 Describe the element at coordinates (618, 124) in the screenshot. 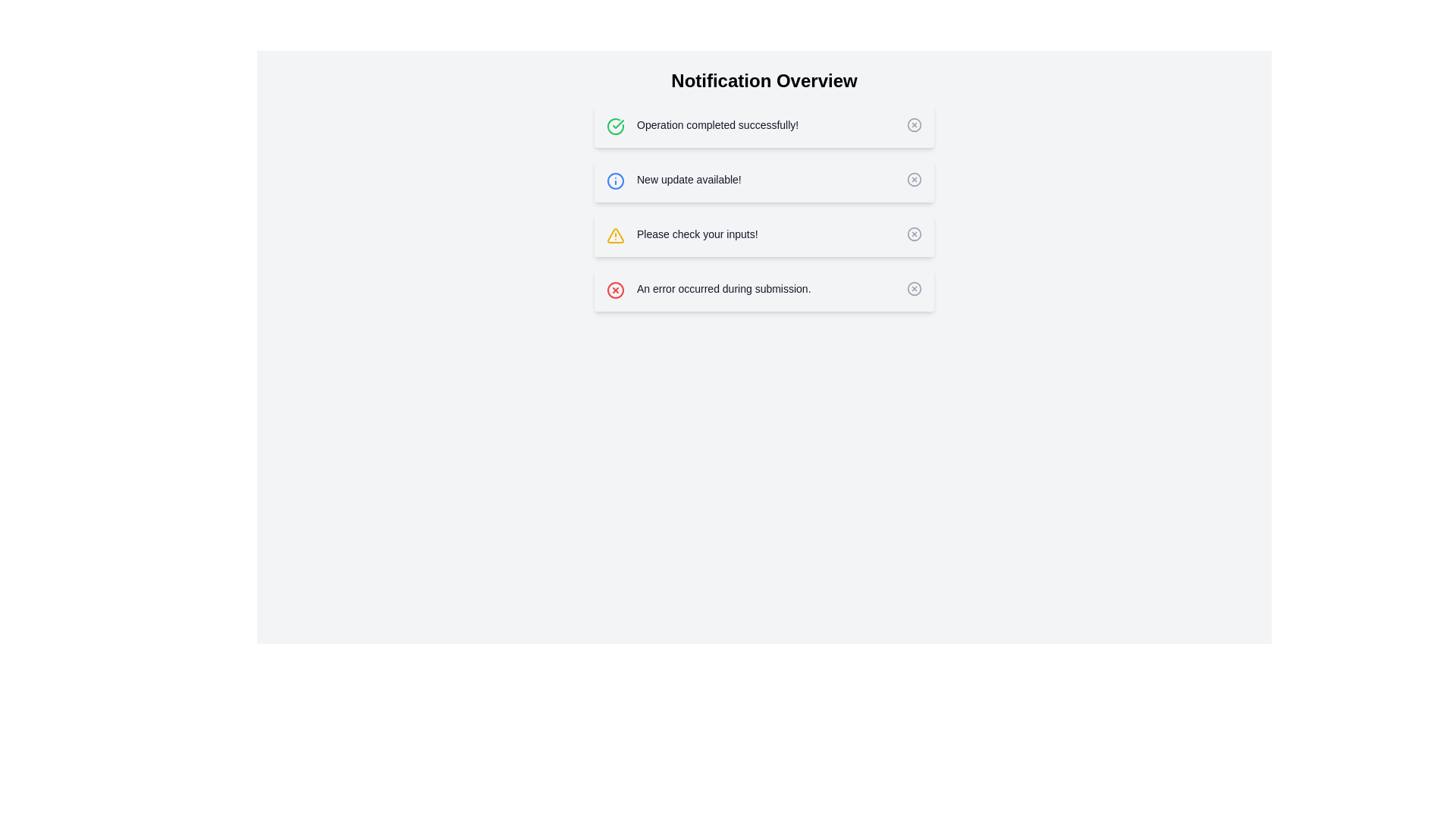

I see `the green checkmark icon inside the first notification item that indicates 'Operation completed successfully!'` at that location.